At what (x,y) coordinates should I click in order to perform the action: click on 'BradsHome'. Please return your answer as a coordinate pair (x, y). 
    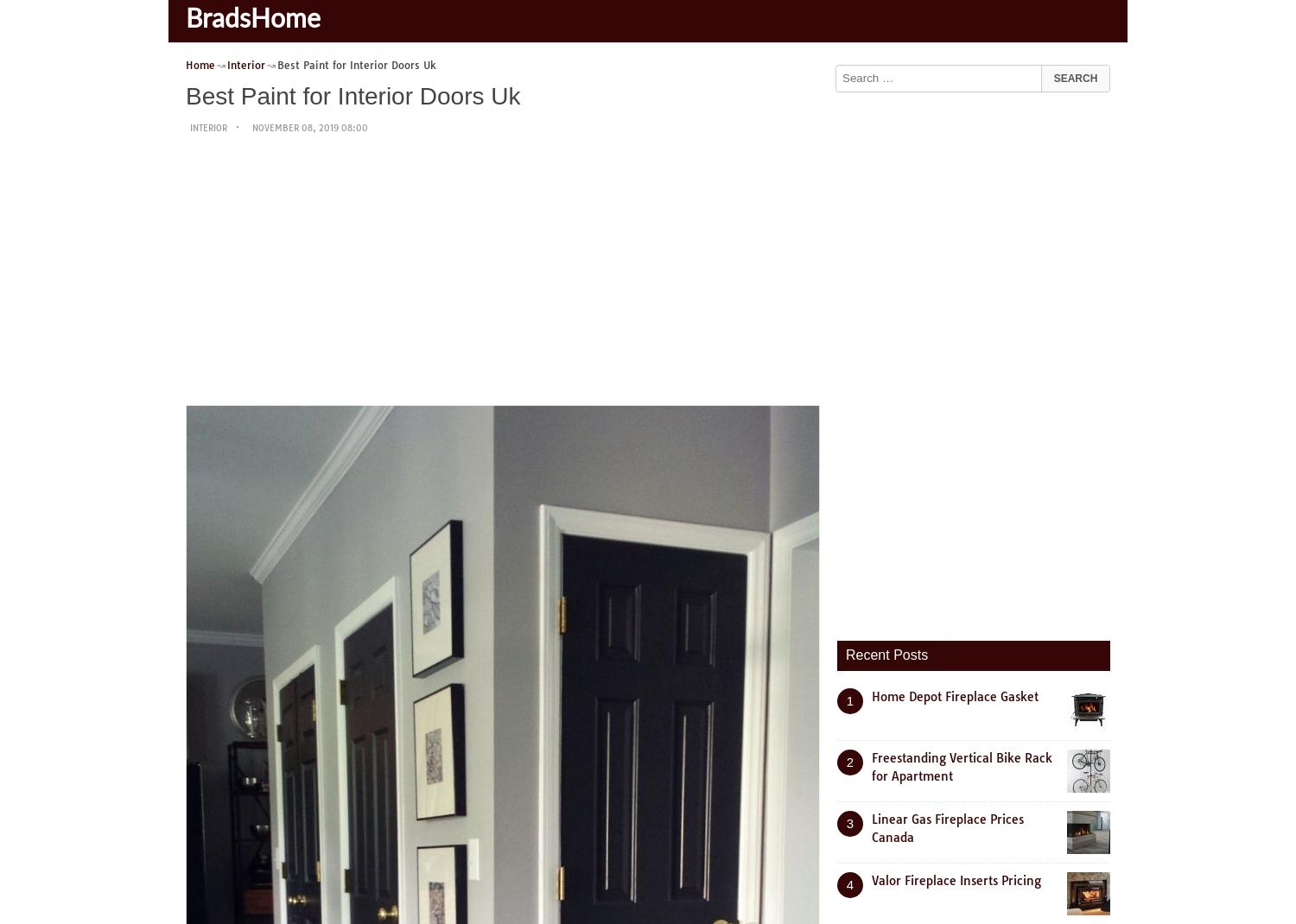
    Looking at the image, I should click on (252, 19).